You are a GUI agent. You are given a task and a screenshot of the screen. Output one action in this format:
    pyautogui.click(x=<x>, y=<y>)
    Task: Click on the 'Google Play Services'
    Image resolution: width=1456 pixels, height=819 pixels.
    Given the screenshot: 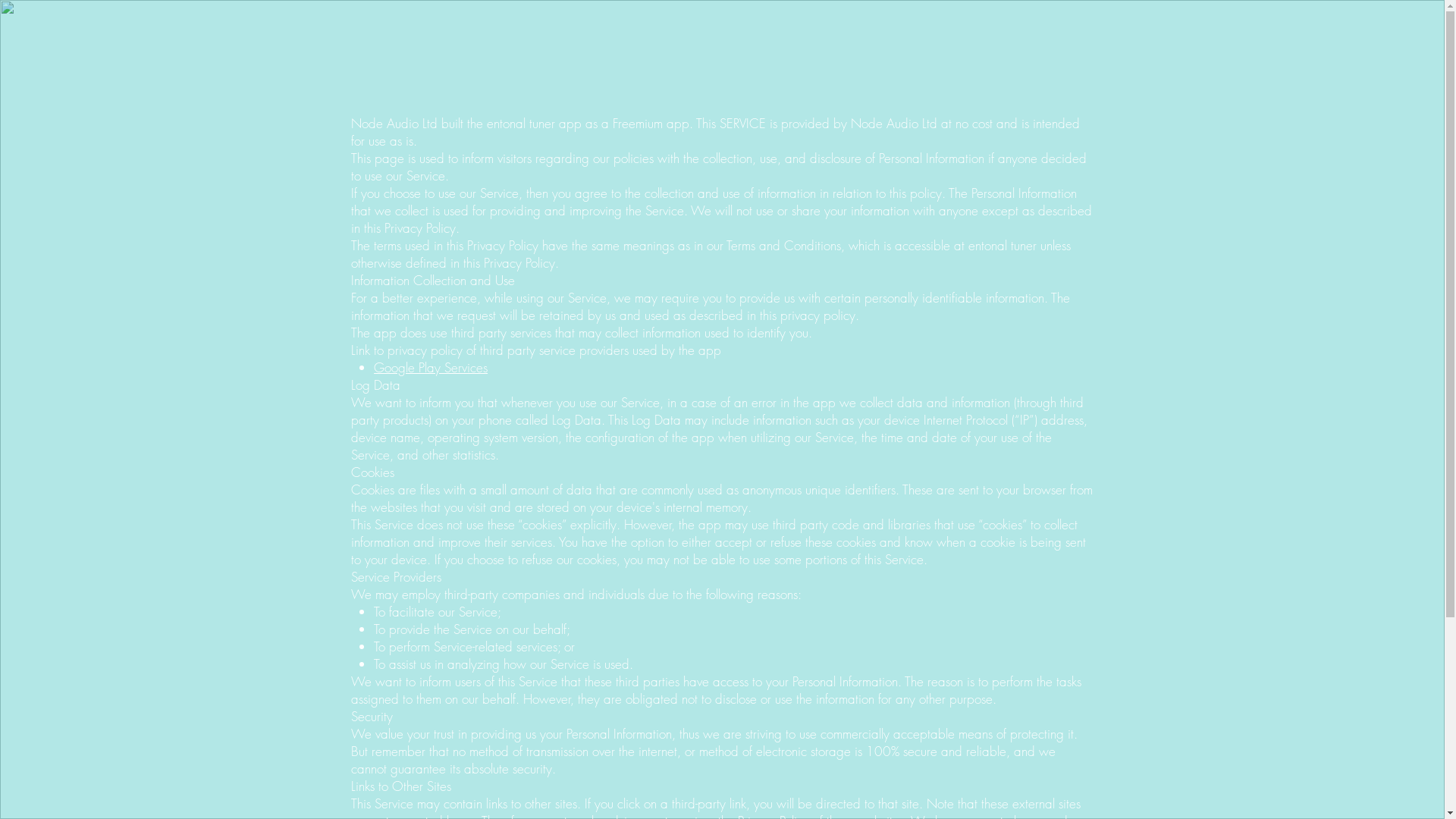 What is the action you would take?
    pyautogui.click(x=429, y=367)
    